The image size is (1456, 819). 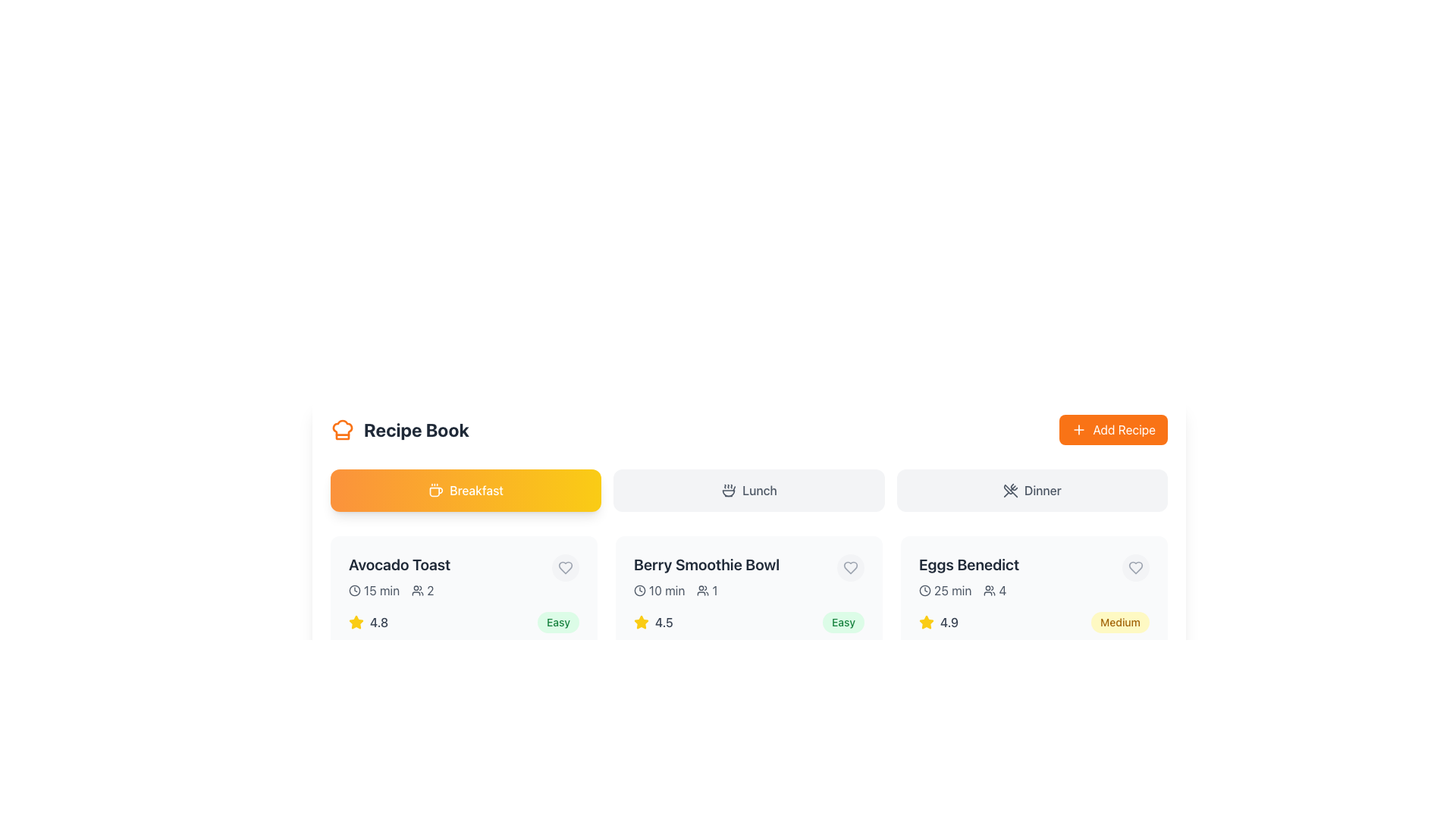 I want to click on the average rating score text label for the 'Avocado Toast' recipe, located to the right of the yellow star icon within the rating indicator of the first recipe card in the 'Recipe Book' section, so click(x=378, y=623).